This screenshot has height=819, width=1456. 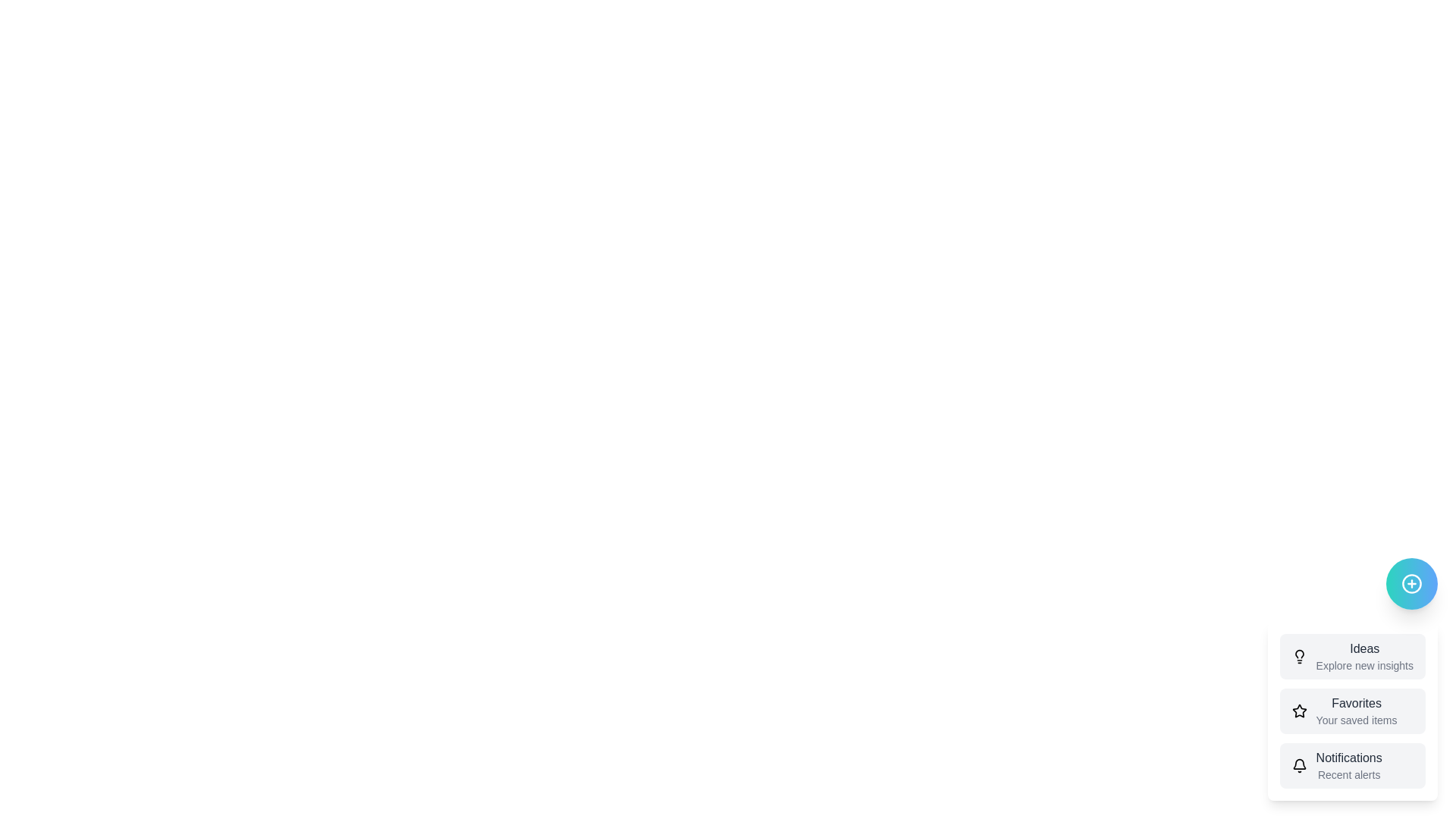 I want to click on the 'Favorites' label in the right-bottom floating menu, which indicates the saved items area and is positioned between the 'Ideas' and 'Notifications' sections, so click(x=1357, y=704).